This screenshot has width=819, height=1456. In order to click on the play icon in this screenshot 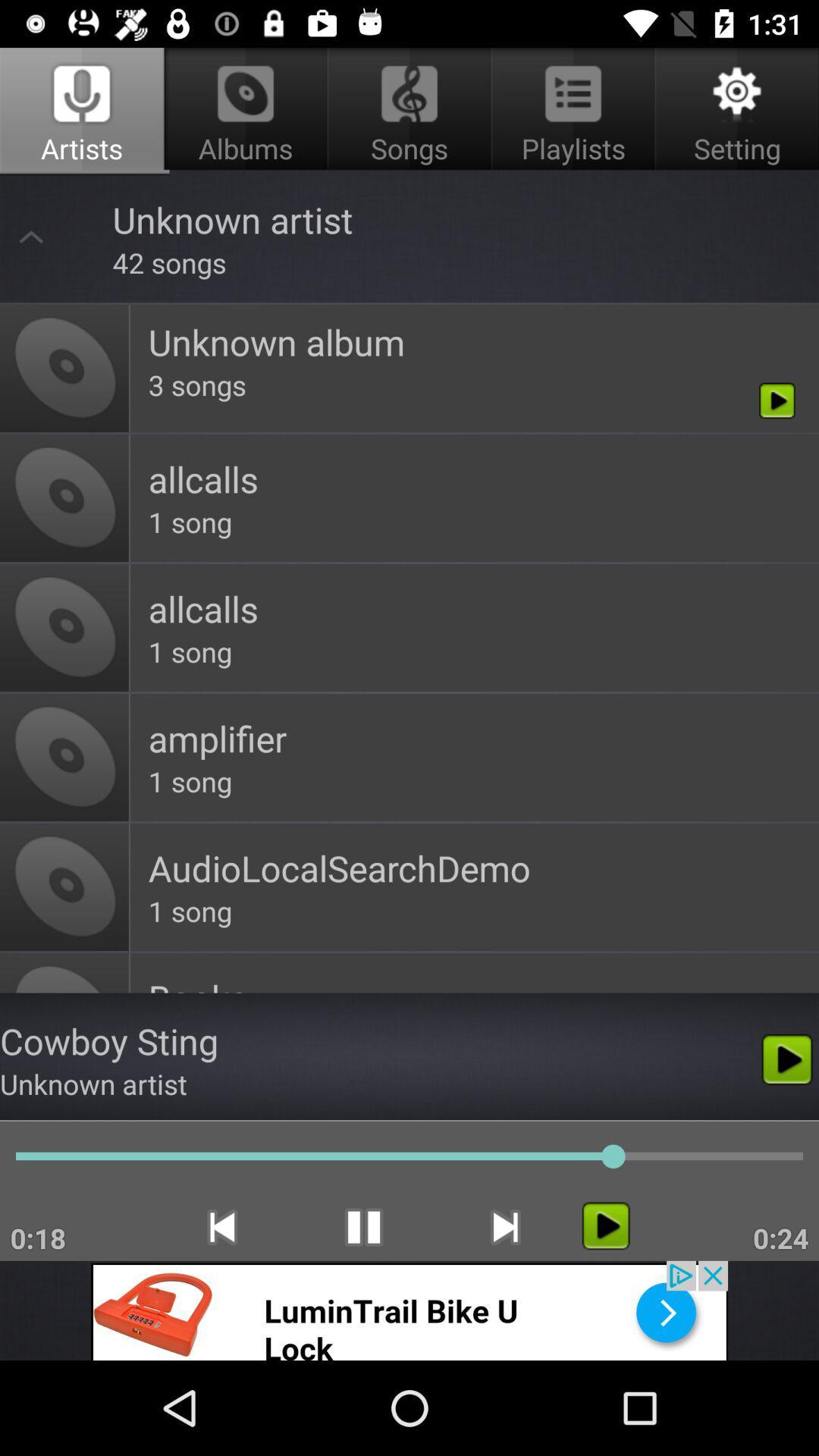, I will do `click(605, 1225)`.